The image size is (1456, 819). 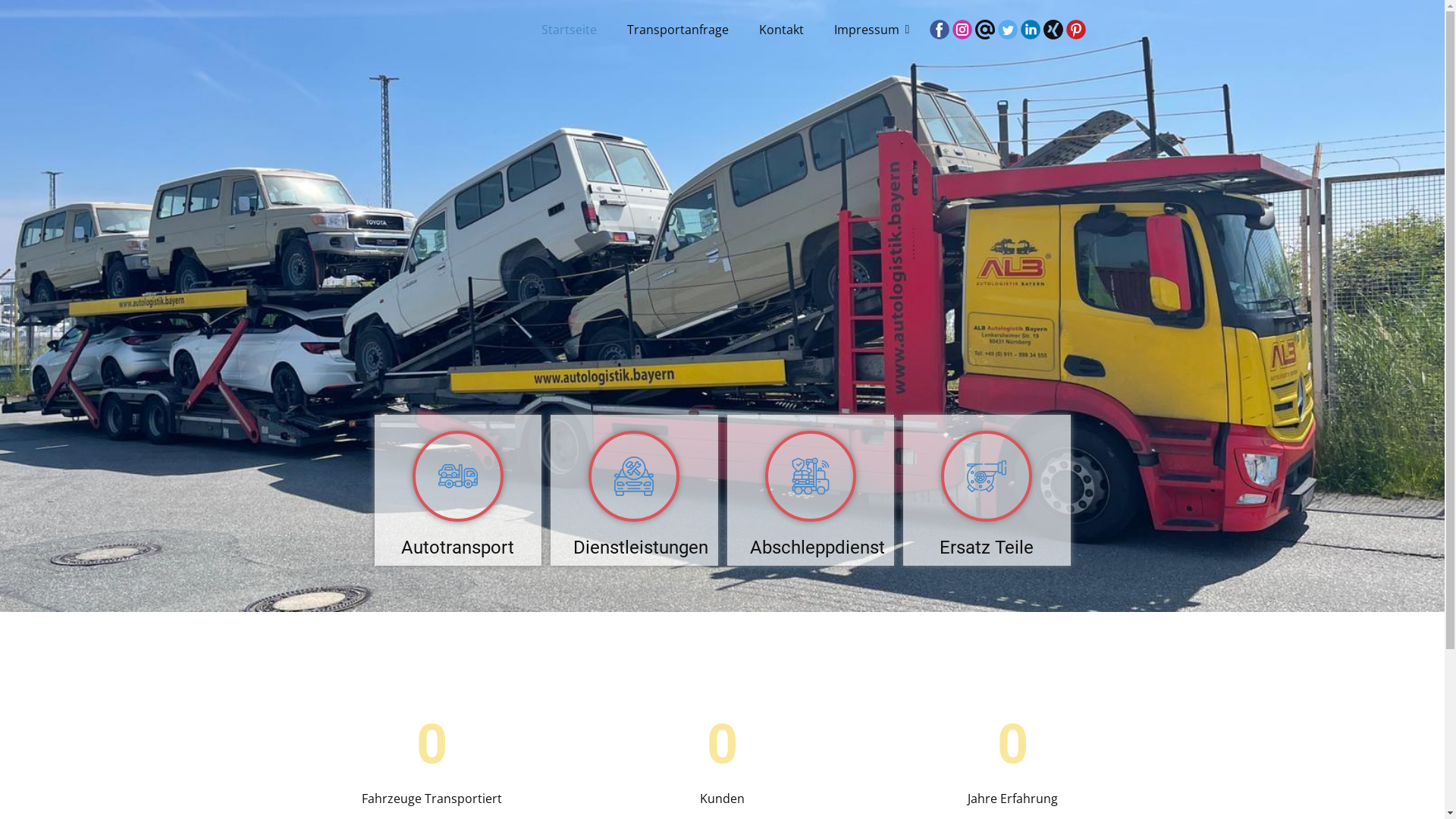 What do you see at coordinates (1052, 29) in the screenshot?
I see `'Xing'` at bounding box center [1052, 29].